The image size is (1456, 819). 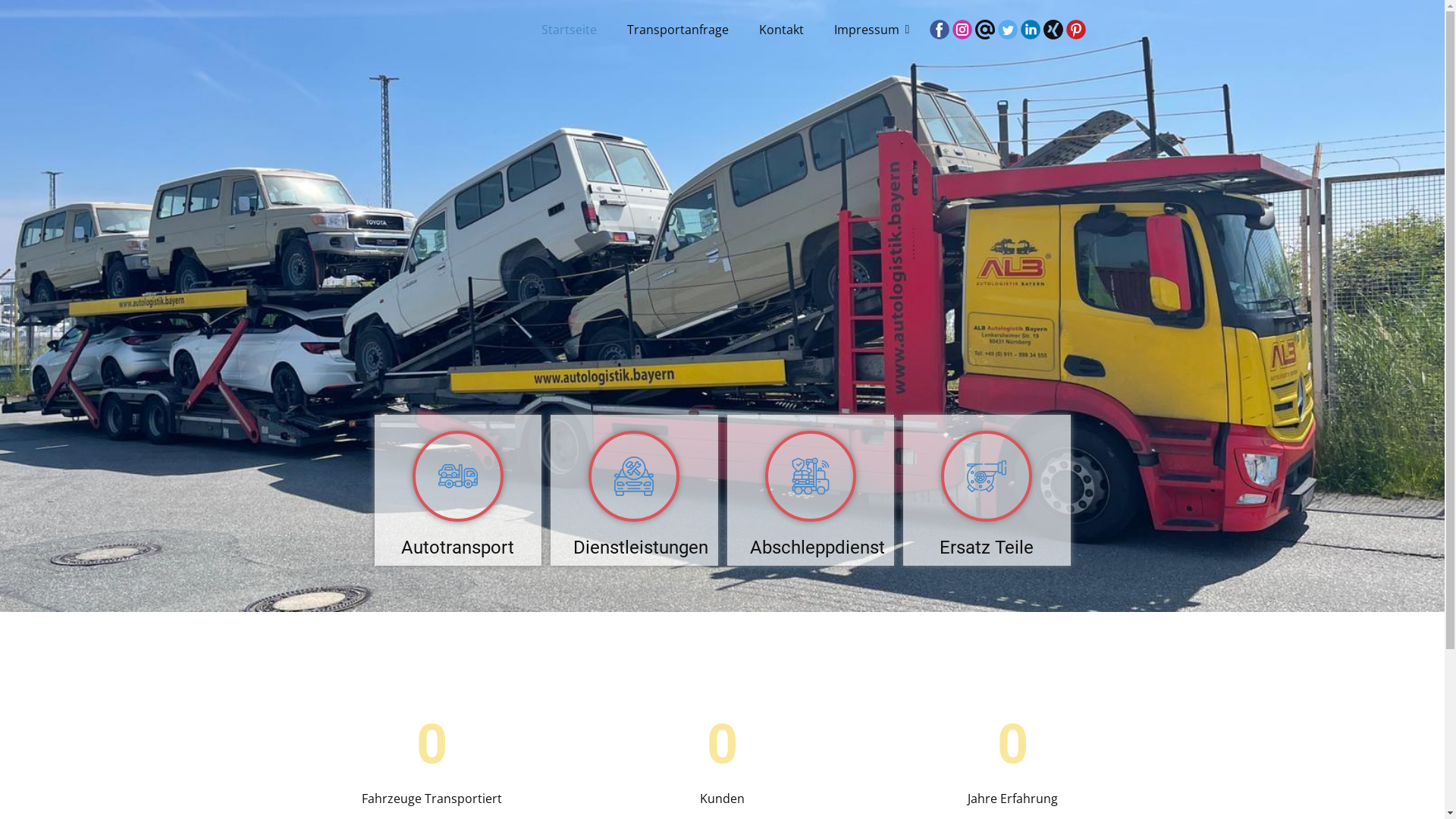 What do you see at coordinates (1052, 29) in the screenshot?
I see `'Xing'` at bounding box center [1052, 29].